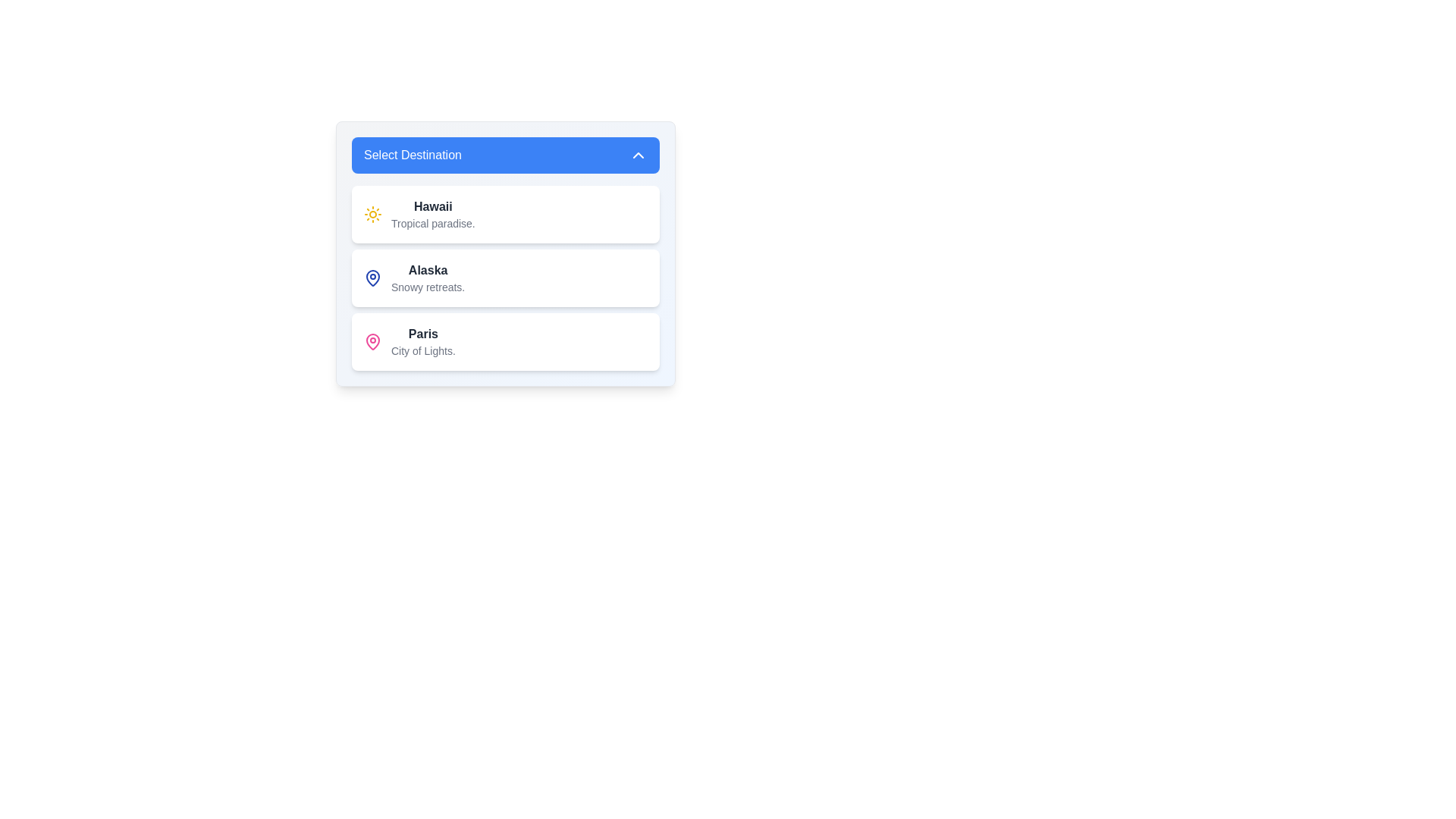 The image size is (1456, 819). Describe the element at coordinates (409, 342) in the screenshot. I see `the interactive list item displaying 'Paris' in bold dark gray text along with its accompanying pink location marker icon` at that location.